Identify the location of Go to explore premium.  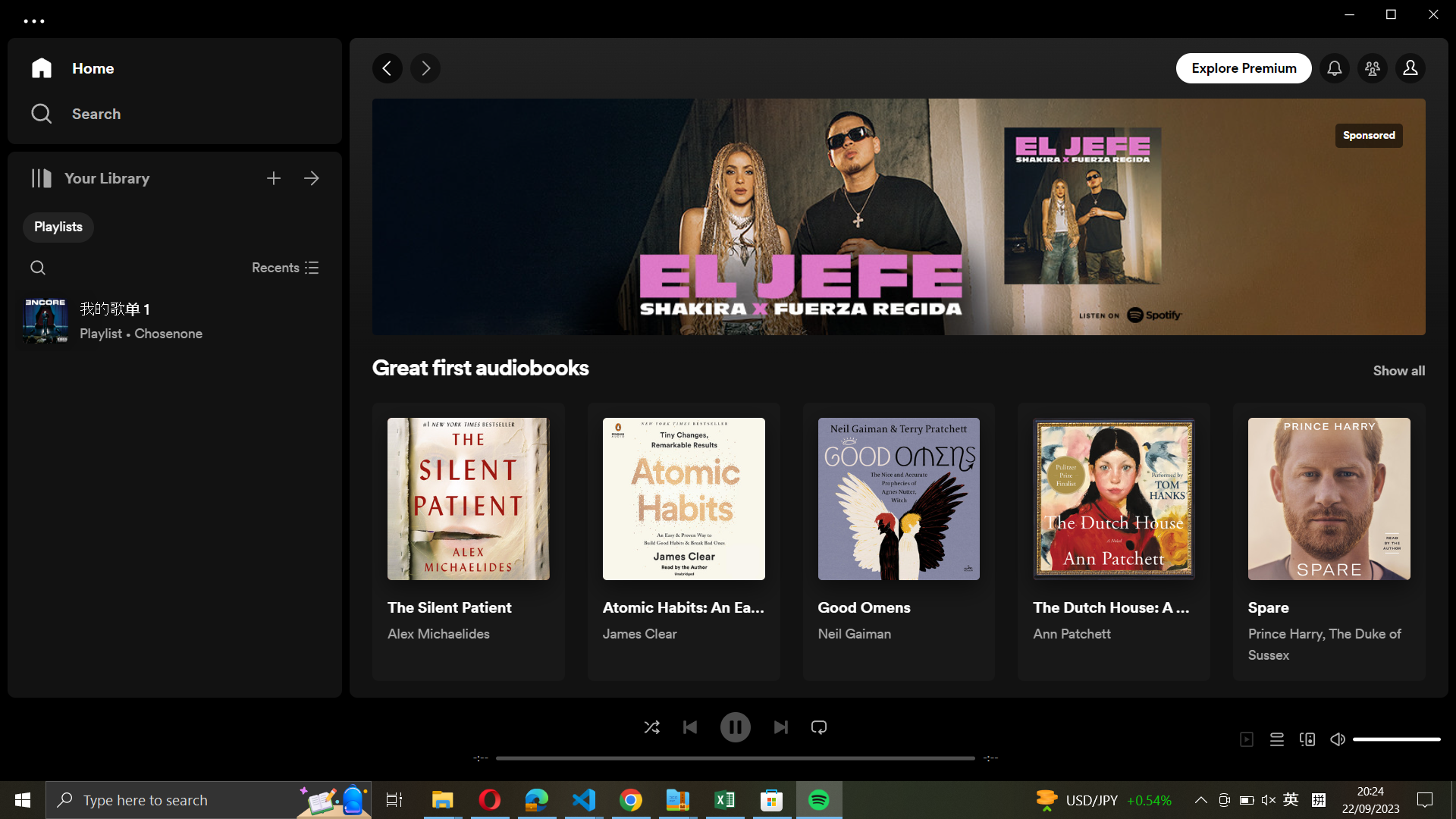
(1245, 67).